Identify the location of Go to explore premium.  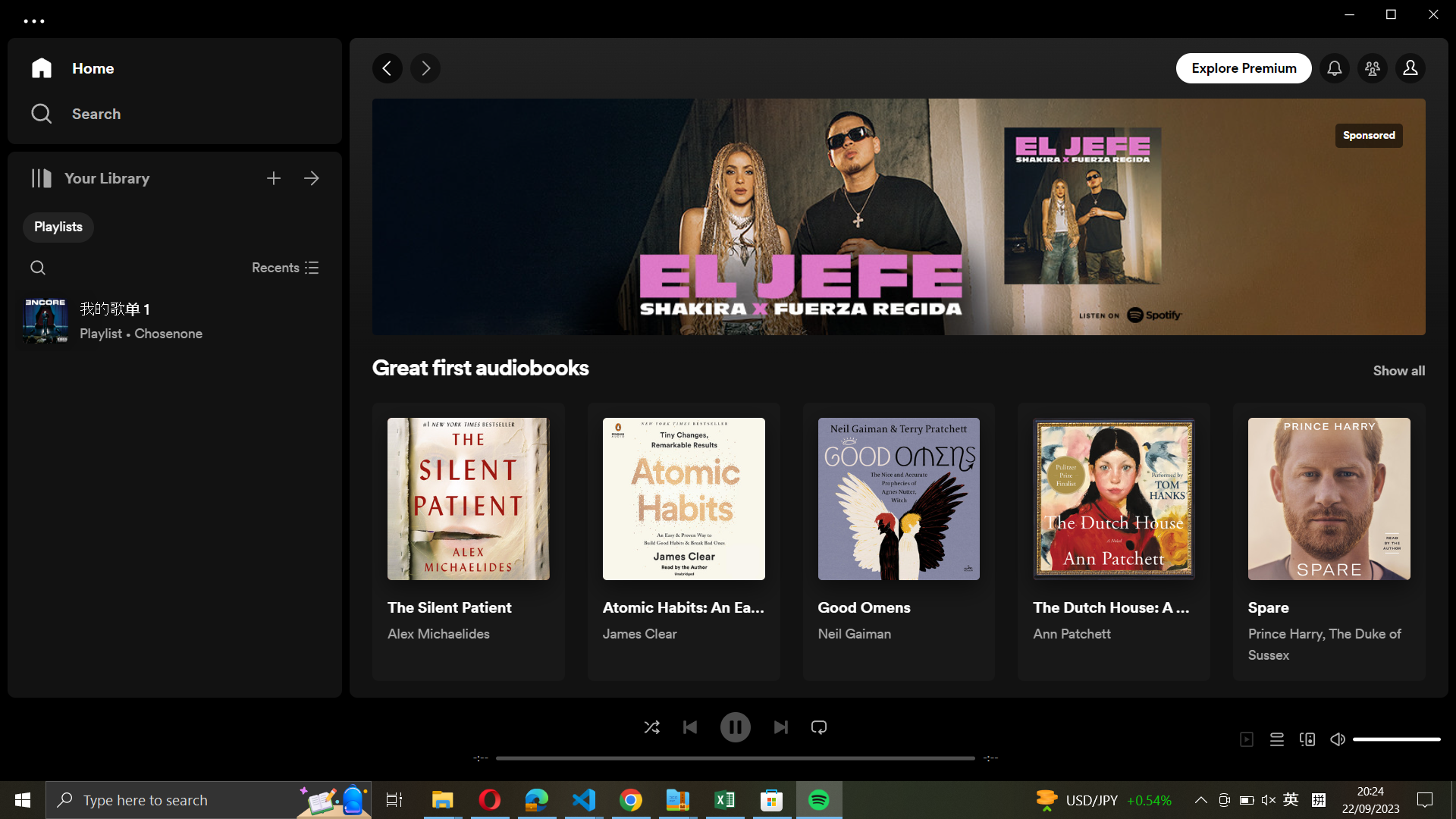
(1245, 67).